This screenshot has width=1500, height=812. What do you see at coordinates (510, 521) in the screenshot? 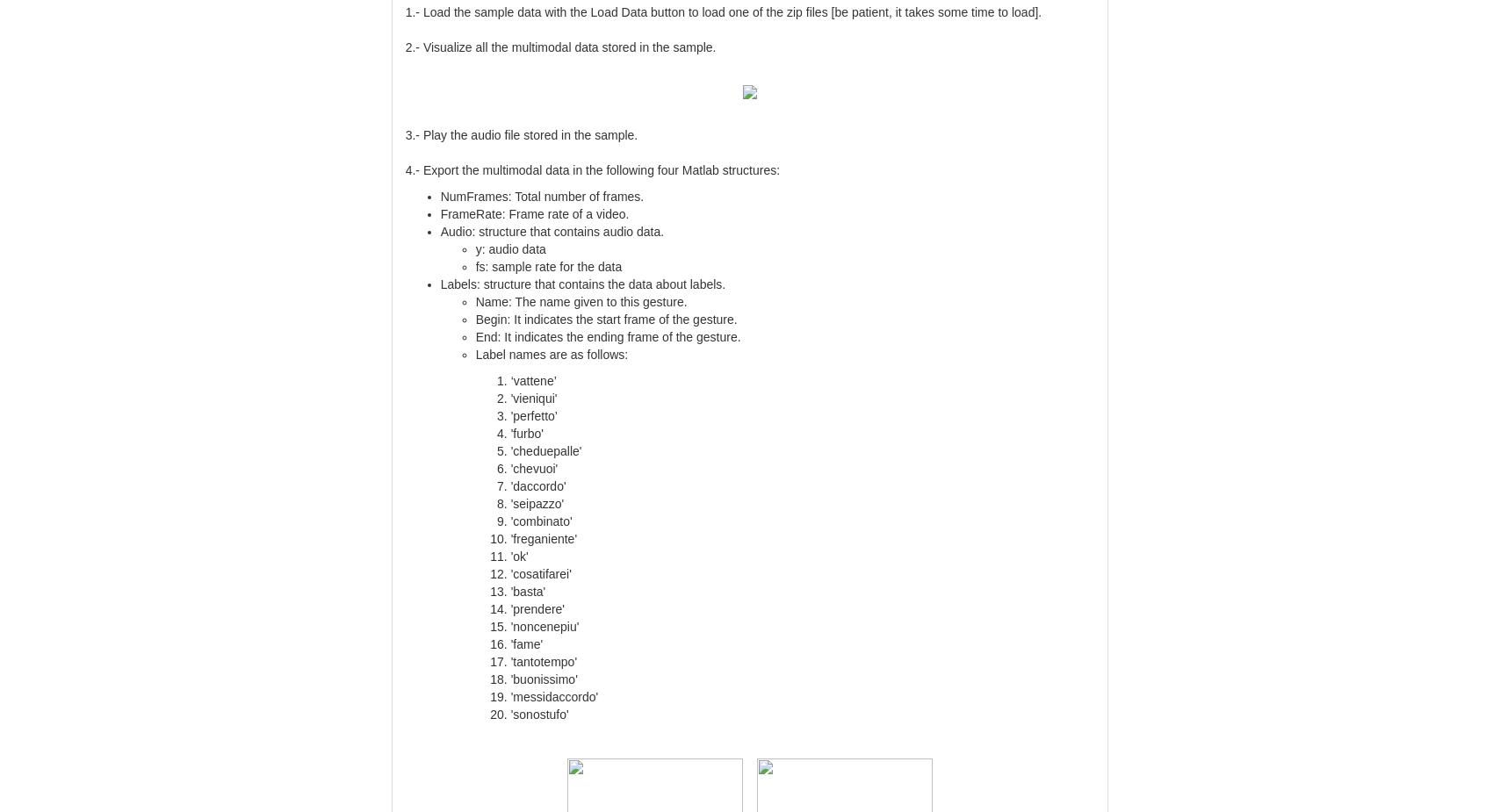
I see `''combinato''` at bounding box center [510, 521].